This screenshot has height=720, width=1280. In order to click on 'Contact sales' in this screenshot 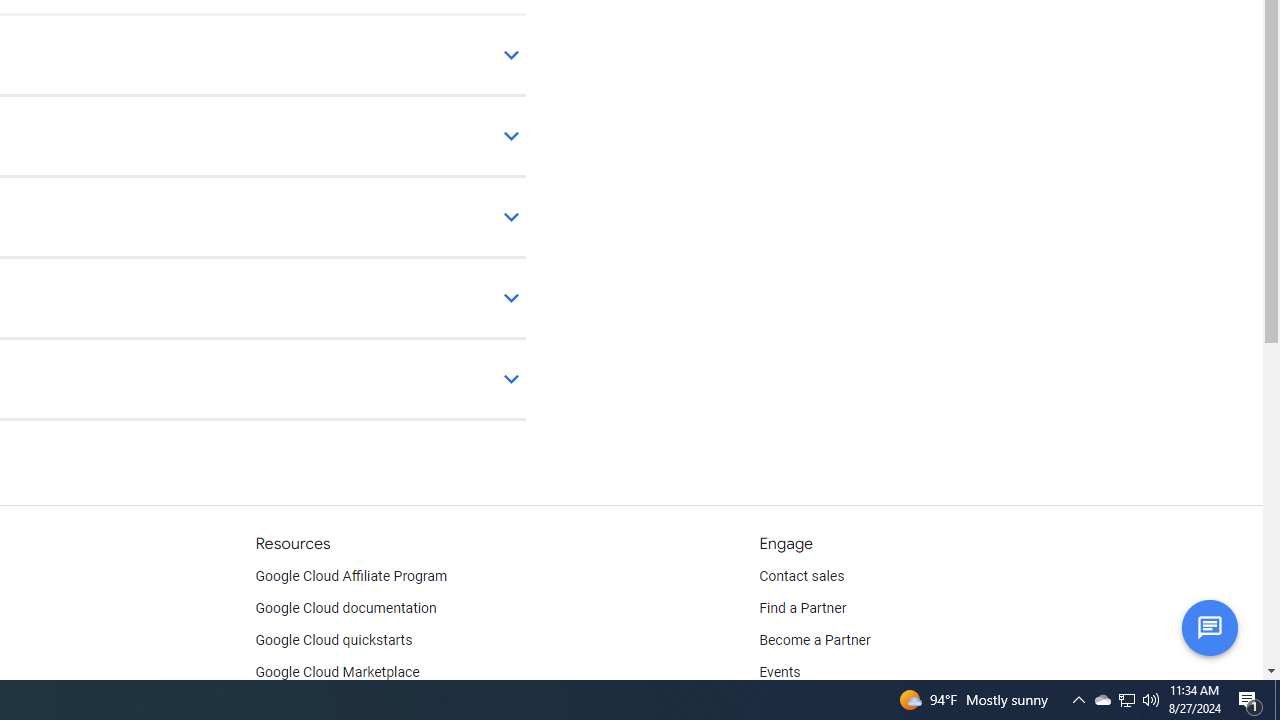, I will do `click(801, 577)`.